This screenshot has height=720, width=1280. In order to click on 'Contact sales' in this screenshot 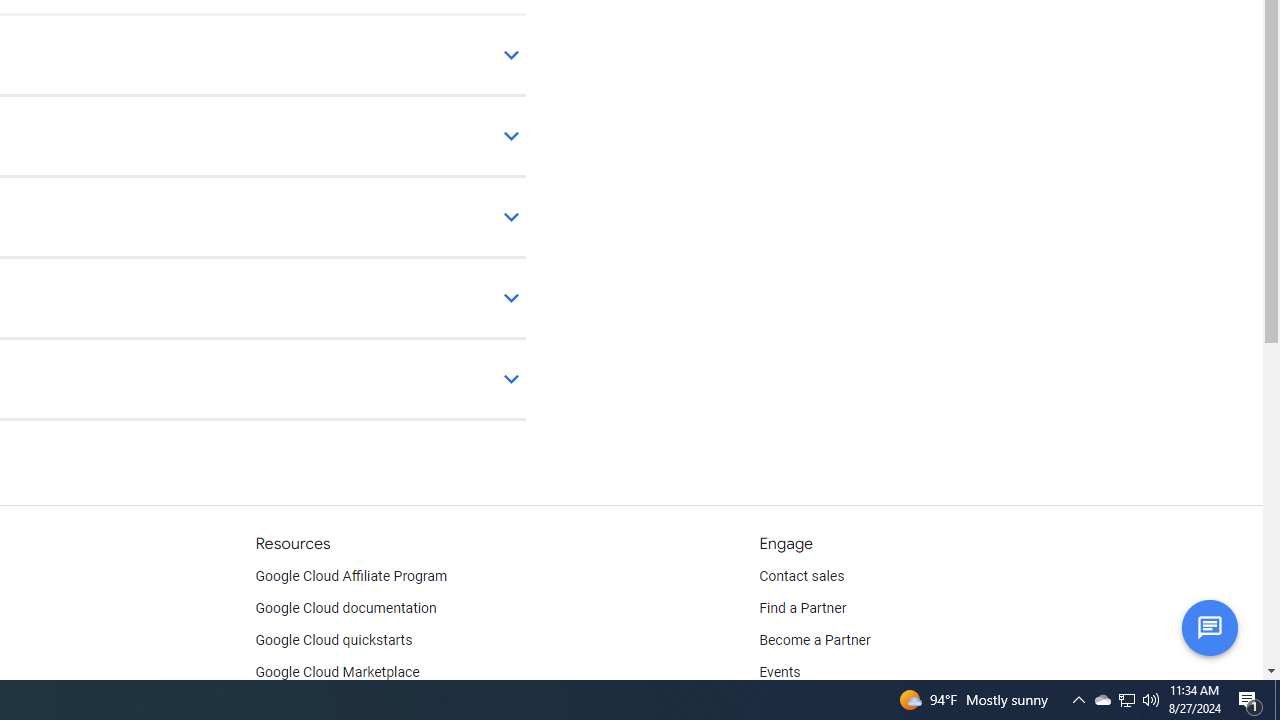, I will do `click(801, 577)`.